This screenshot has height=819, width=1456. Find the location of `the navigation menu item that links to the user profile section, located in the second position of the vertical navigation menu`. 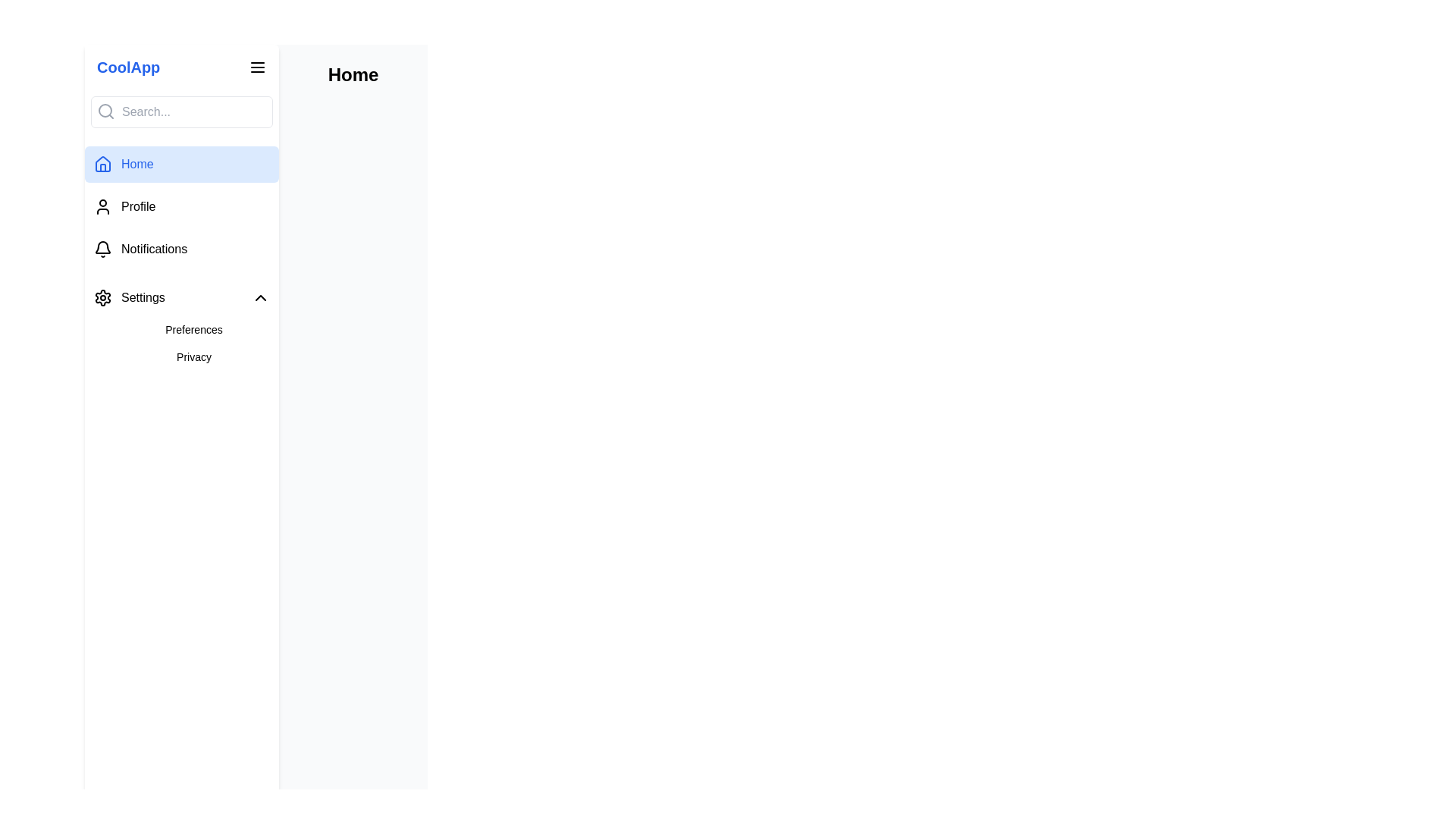

the navigation menu item that links to the user profile section, located in the second position of the vertical navigation menu is located at coordinates (182, 207).